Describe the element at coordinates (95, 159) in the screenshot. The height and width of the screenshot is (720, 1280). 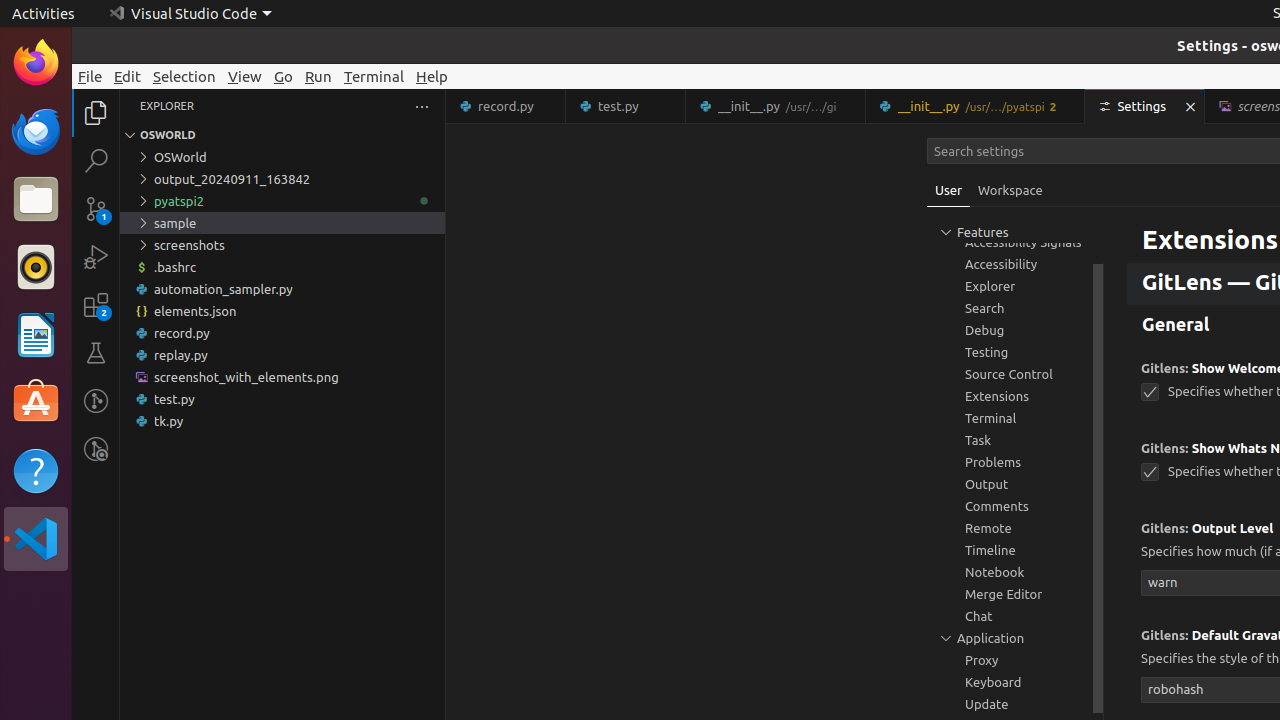
I see `'Search (Ctrl+Shift+F)'` at that location.